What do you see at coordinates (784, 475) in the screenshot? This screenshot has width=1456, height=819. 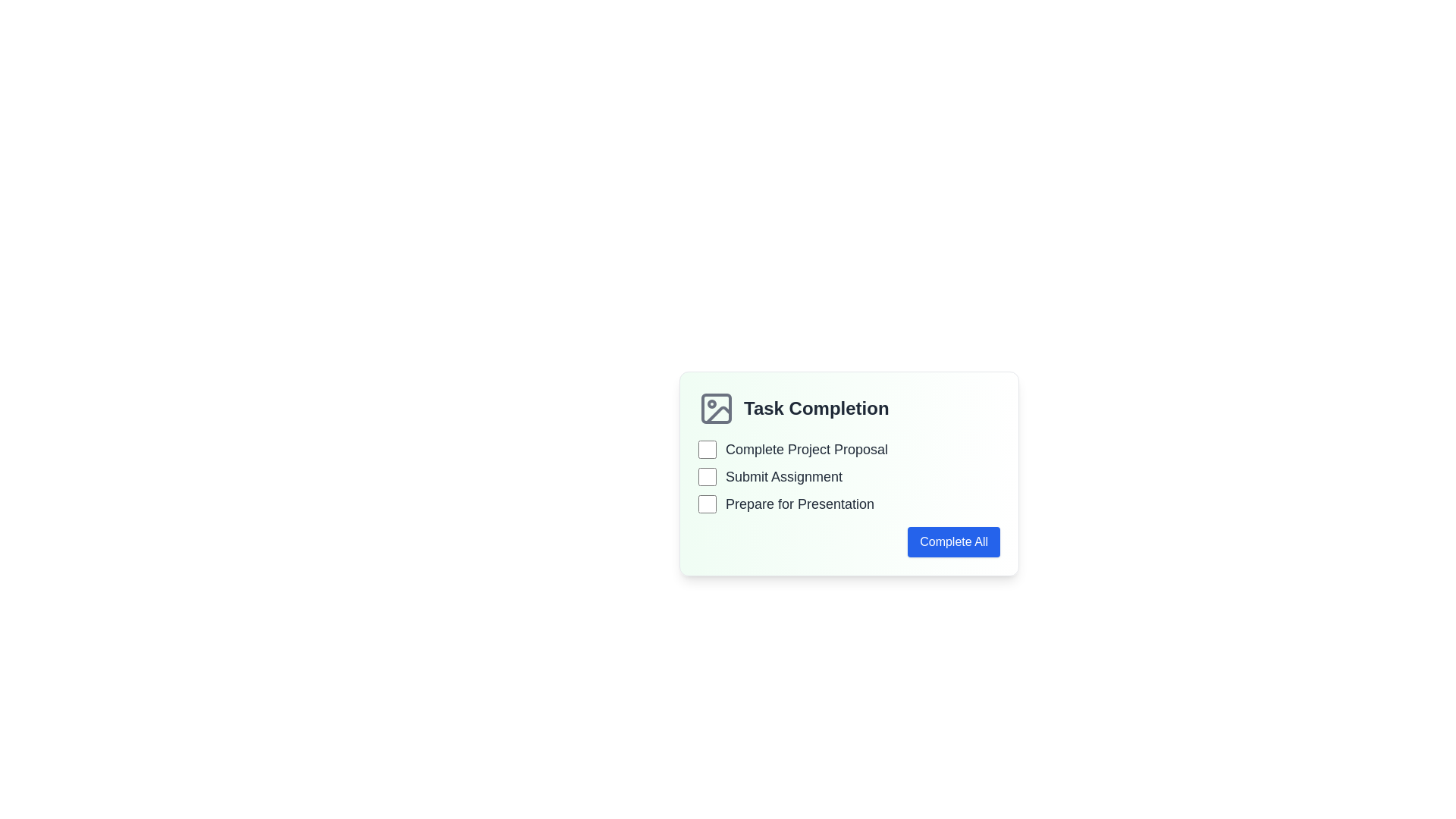 I see `the text label for the second item` at bounding box center [784, 475].